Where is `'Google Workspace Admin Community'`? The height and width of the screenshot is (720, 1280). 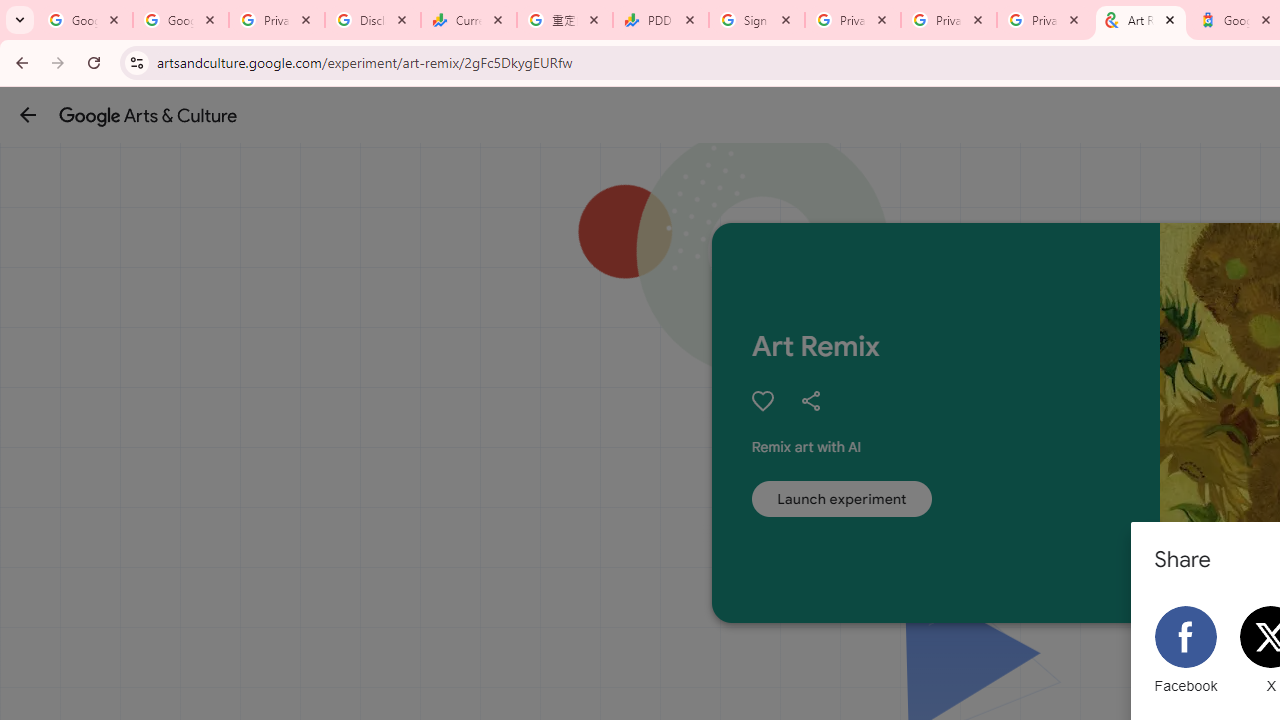
'Google Workspace Admin Community' is located at coordinates (84, 20).